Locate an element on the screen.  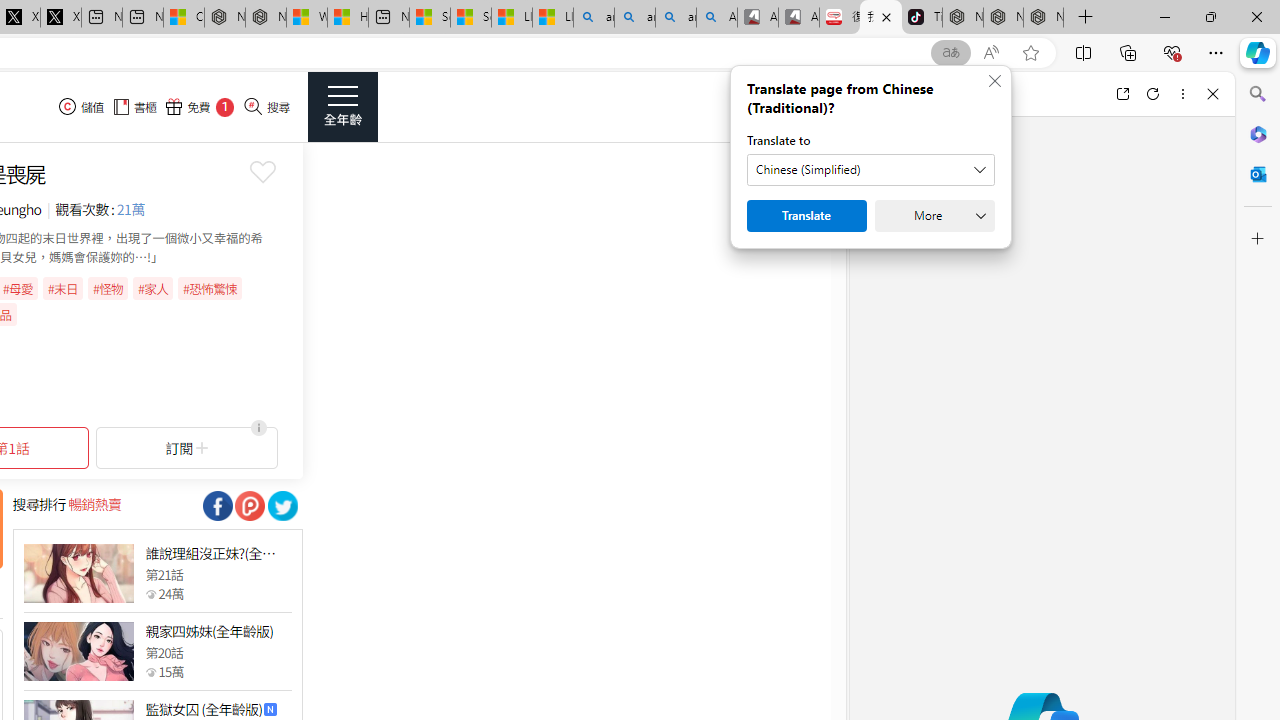
'Amazon Echo Robot - Search Images' is located at coordinates (717, 17).